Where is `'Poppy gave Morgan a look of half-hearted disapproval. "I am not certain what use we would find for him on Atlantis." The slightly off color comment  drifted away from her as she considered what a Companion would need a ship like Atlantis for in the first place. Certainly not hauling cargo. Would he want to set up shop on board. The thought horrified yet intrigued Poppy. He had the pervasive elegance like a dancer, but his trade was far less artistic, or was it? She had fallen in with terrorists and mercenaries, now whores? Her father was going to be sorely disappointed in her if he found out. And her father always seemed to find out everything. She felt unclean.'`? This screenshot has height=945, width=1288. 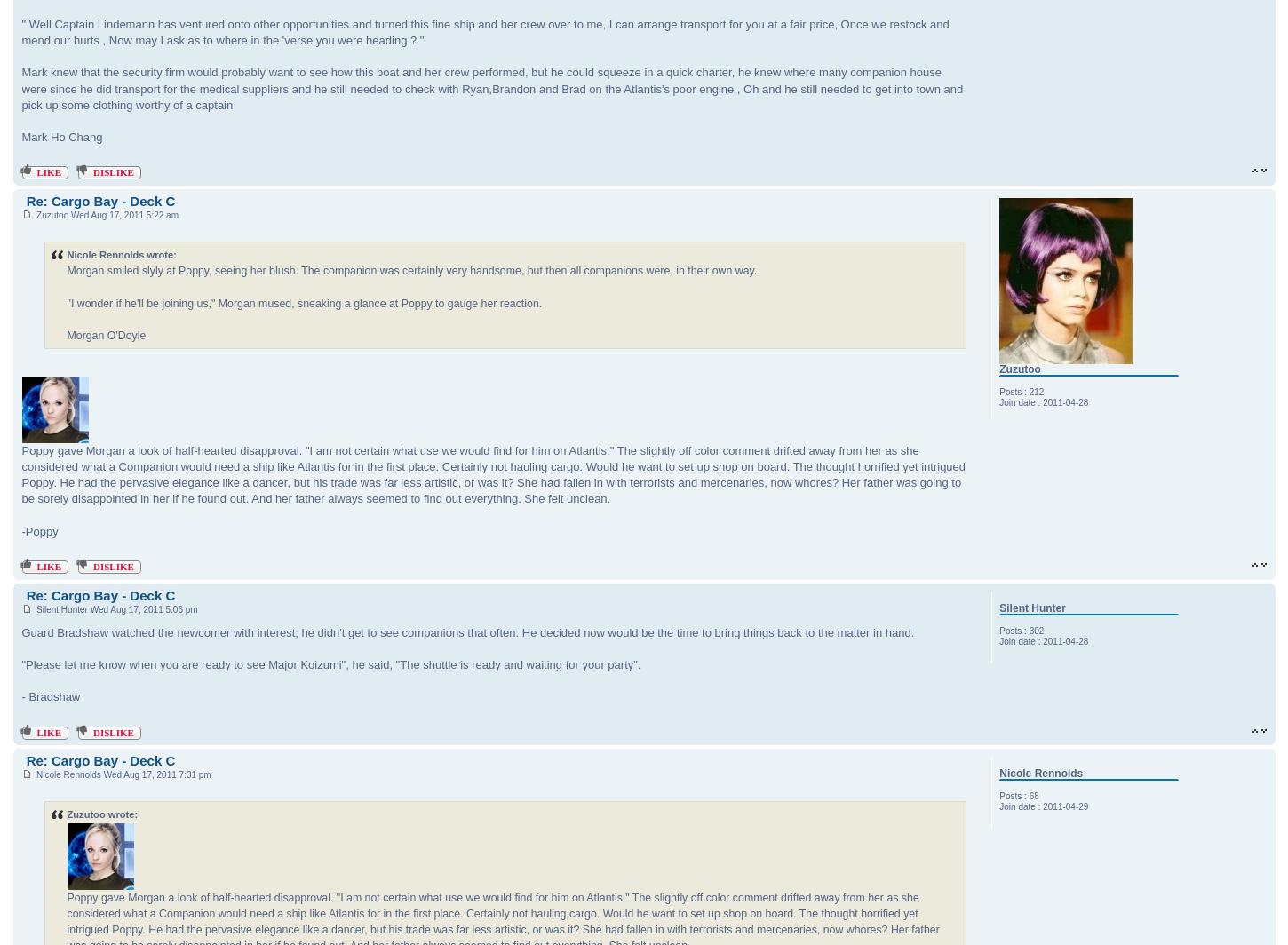 'Poppy gave Morgan a look of half-hearted disapproval. "I am not certain what use we would find for him on Atlantis." The slightly off color comment  drifted away from her as she considered what a Companion would need a ship like Atlantis for in the first place. Certainly not hauling cargo. Would he want to set up shop on board. The thought horrified yet intrigued Poppy. He had the pervasive elegance like a dancer, but his trade was far less artistic, or was it? She had fallen in with terrorists and mercenaries, now whores? Her father was going to be sorely disappointed in her if he found out. And her father always seemed to find out everything. She felt unclean.' is located at coordinates (493, 474).